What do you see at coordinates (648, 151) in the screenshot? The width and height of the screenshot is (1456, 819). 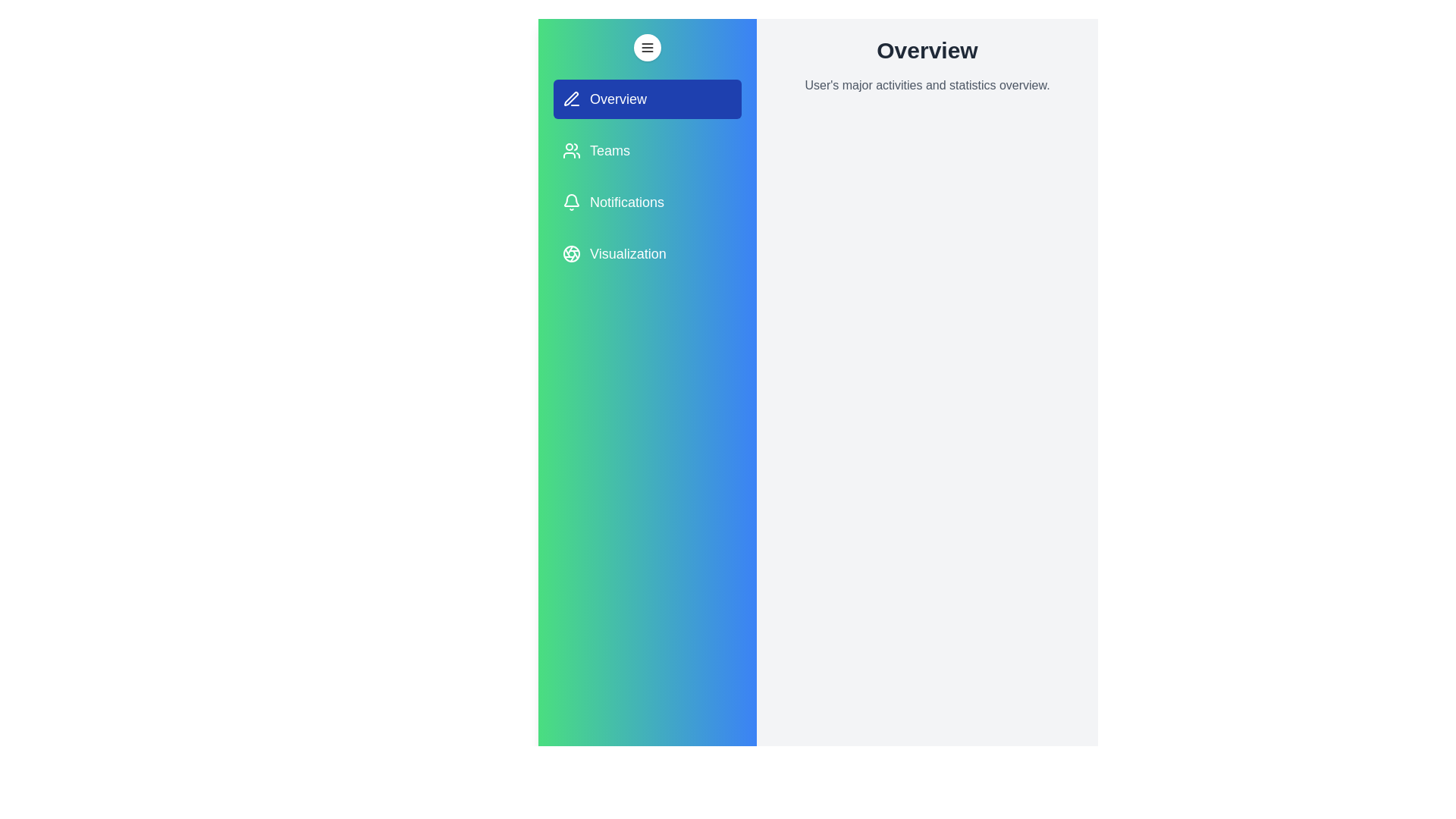 I see `the drawer elements to observe highlights. The element to hover over is specified by the parameter Teams` at bounding box center [648, 151].